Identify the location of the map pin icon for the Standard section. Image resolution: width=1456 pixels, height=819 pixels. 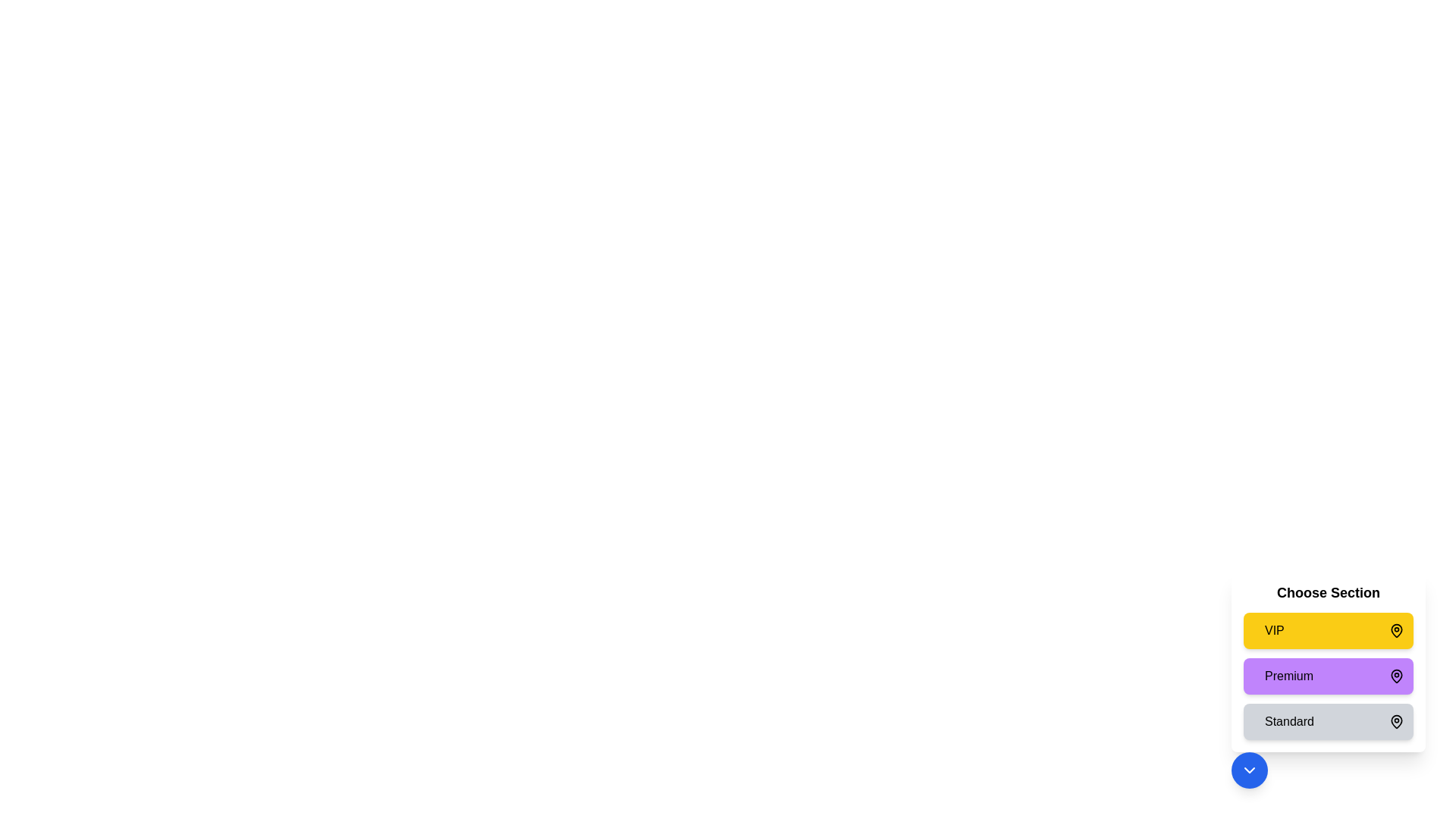
(1396, 721).